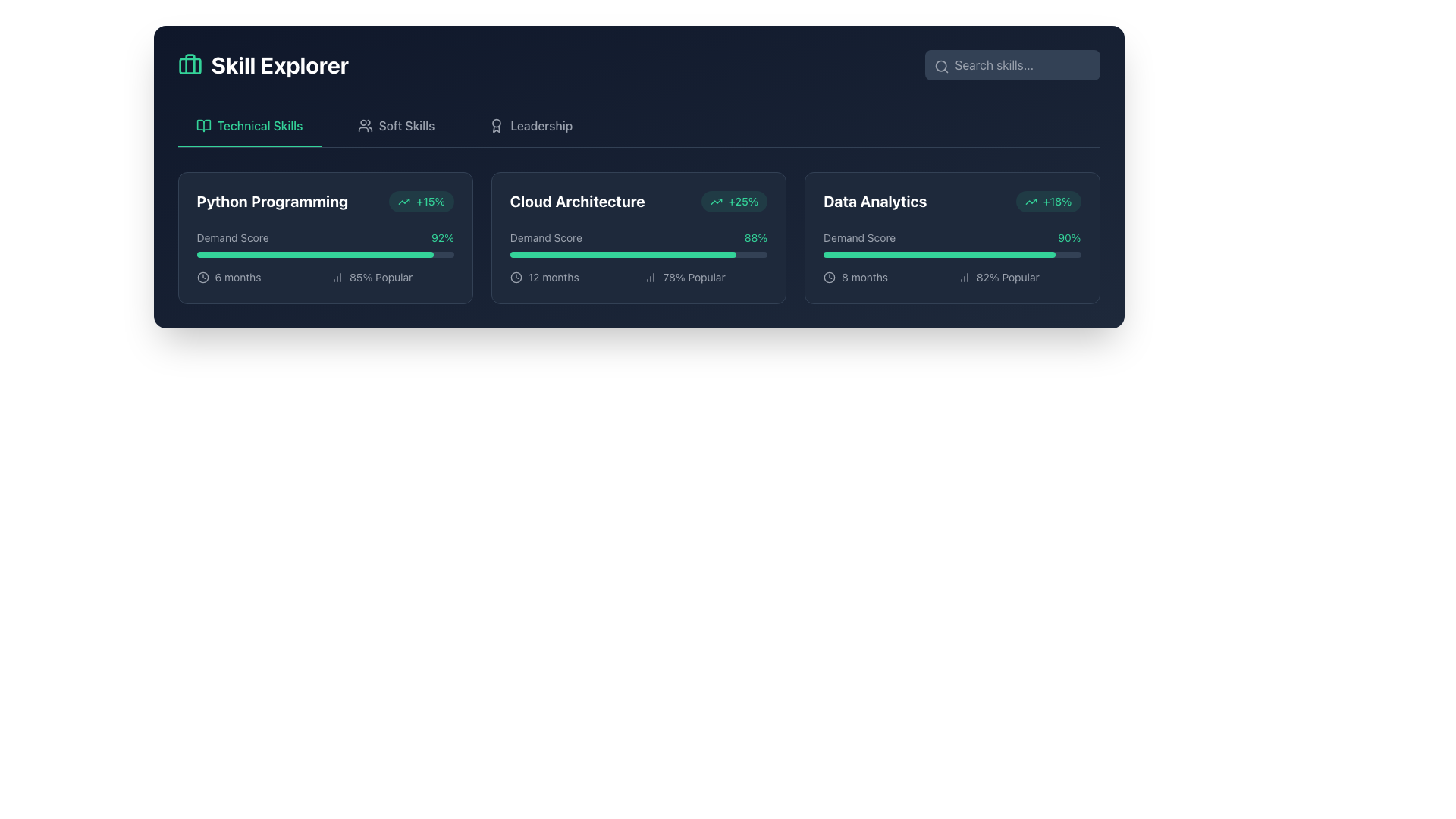 Image resolution: width=1456 pixels, height=819 pixels. I want to click on the SVG circle graphic, which is part of the clock illustration in the 'Cloud Architecture' card, the second card in the 'Technical Skills' section, so click(516, 278).